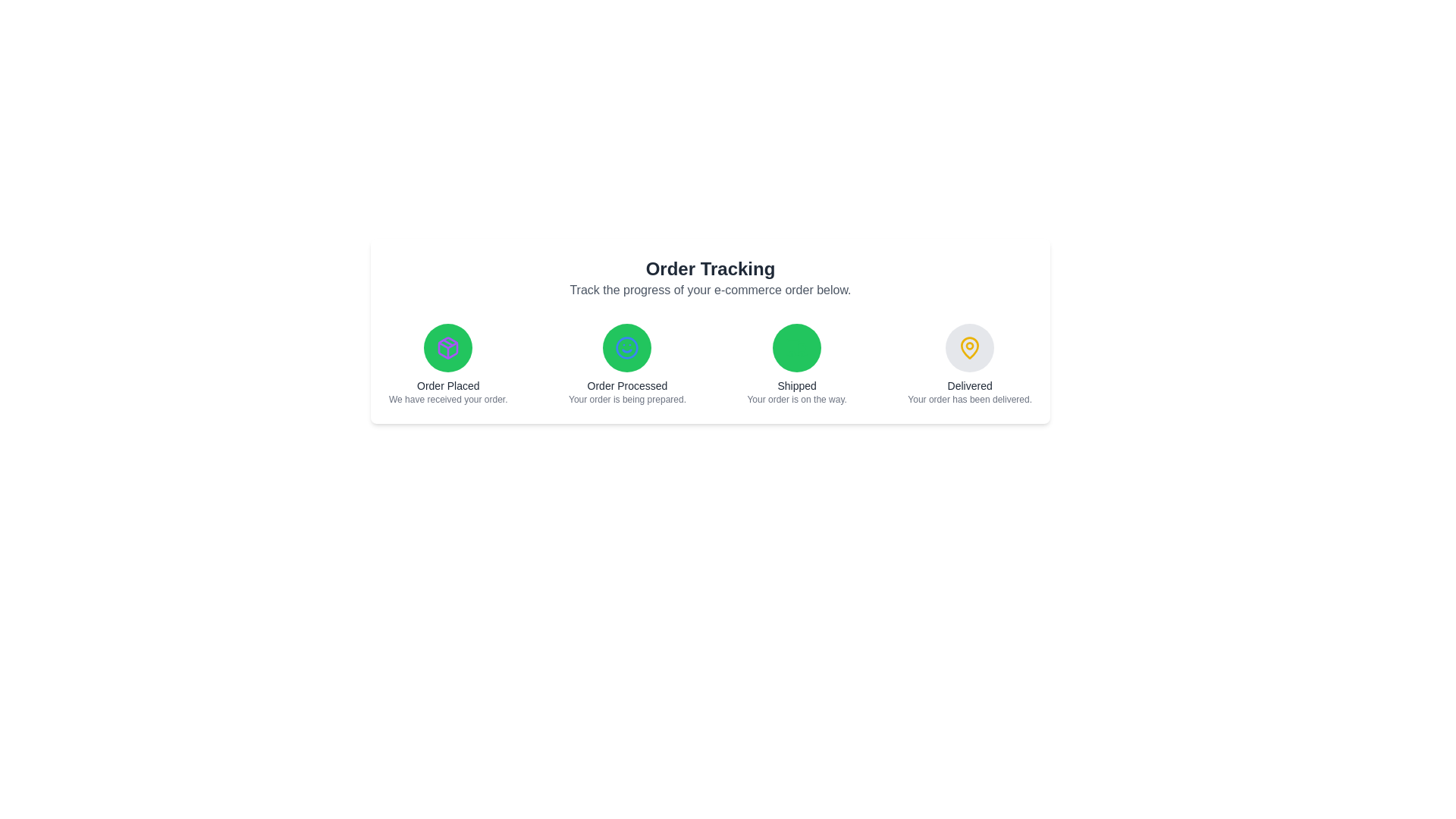 Image resolution: width=1456 pixels, height=819 pixels. I want to click on the static text label indicating 'Order Processed' in the order tracking interface, positioned below the green circular icon, so click(627, 385).